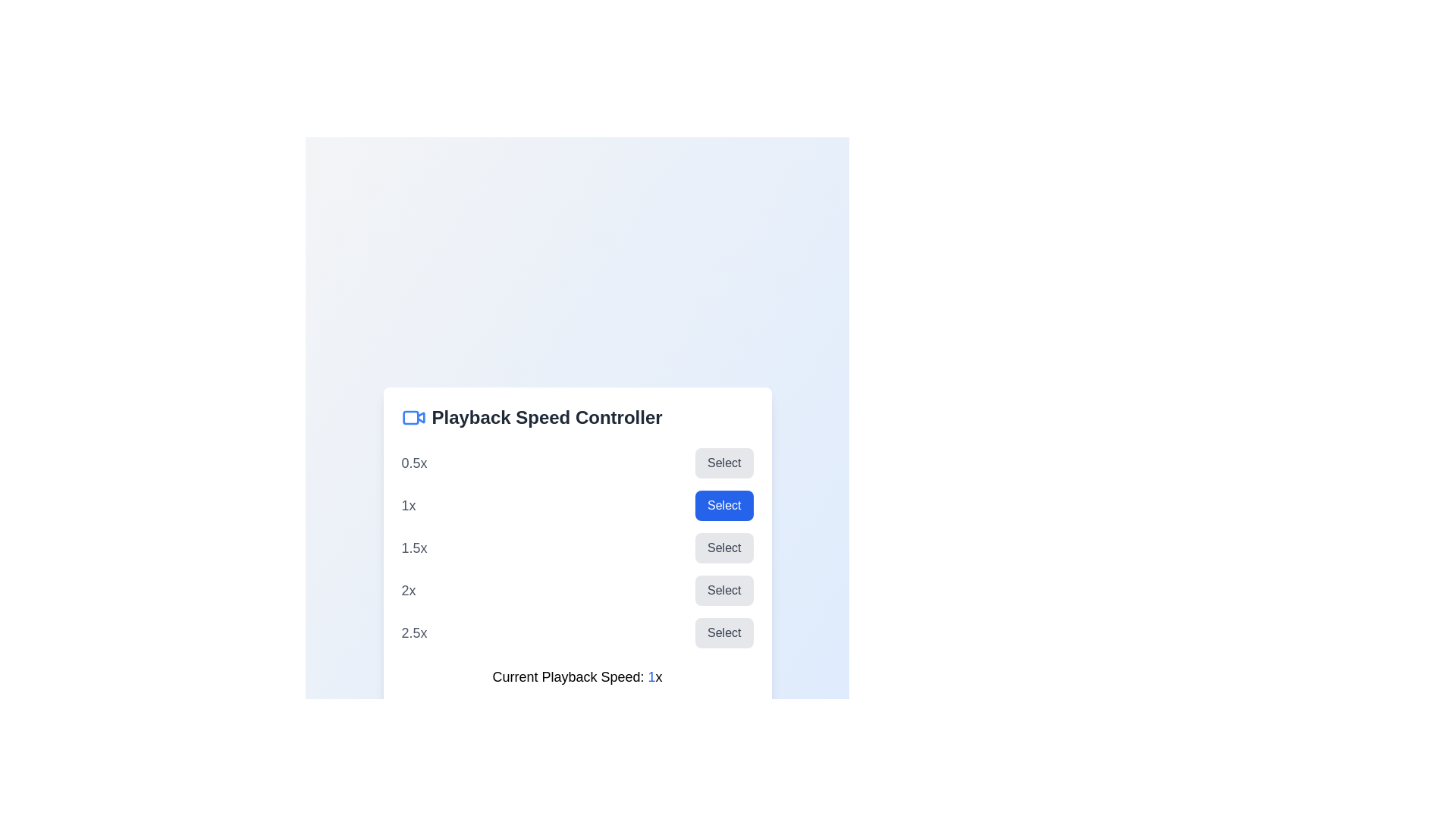 Image resolution: width=1456 pixels, height=819 pixels. I want to click on the static text label displaying '1.5x', which is the third item in the playback speed list, aligned vertically with '0.5x' and '1x' above it, and '2x' and '2.5x' below it, so click(414, 548).